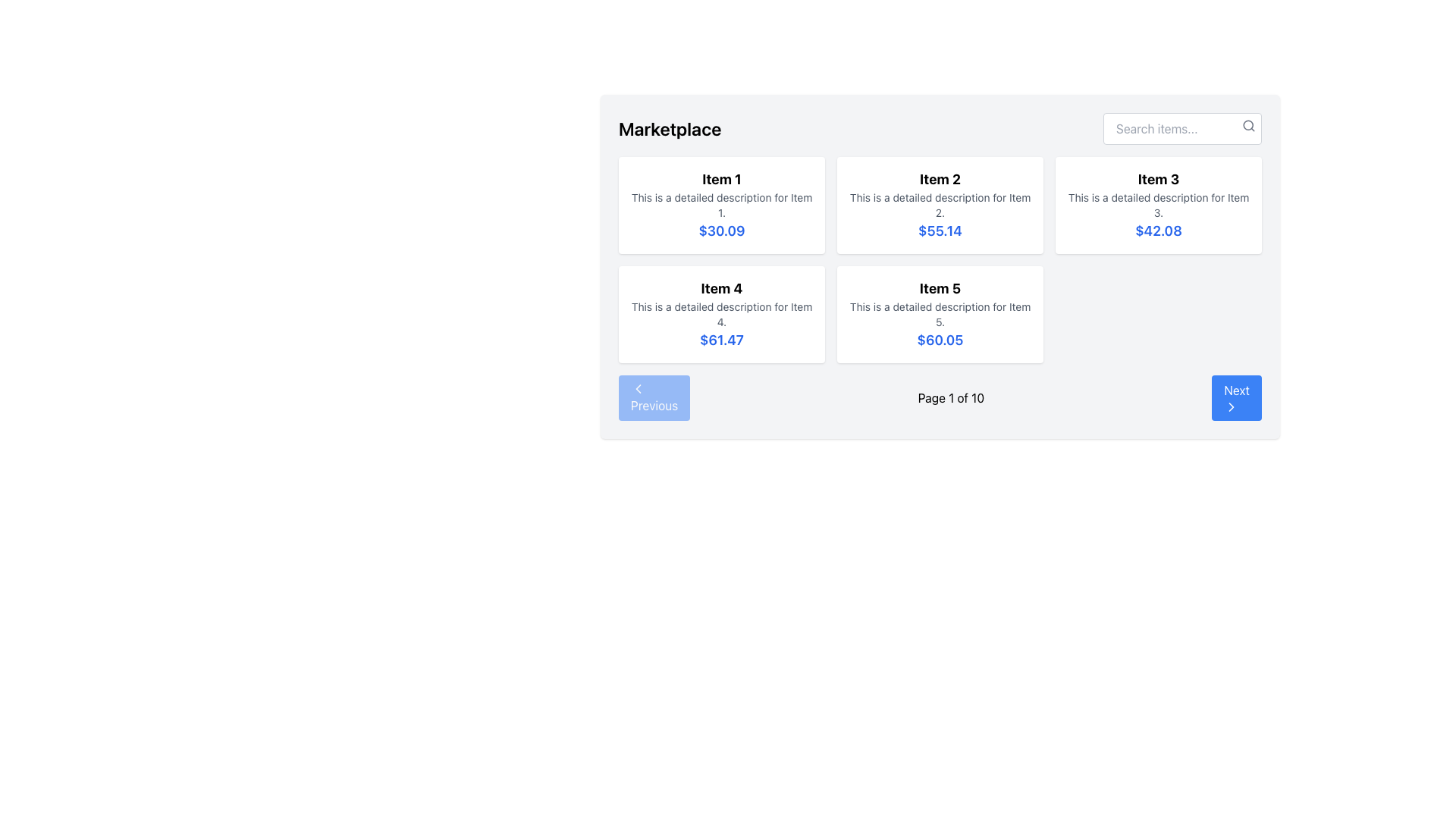  Describe the element at coordinates (1157, 205) in the screenshot. I see `the interactive Card displaying information about a marketplace item located in the top-right section of the grid layout, specifically the third card from left to right` at that location.